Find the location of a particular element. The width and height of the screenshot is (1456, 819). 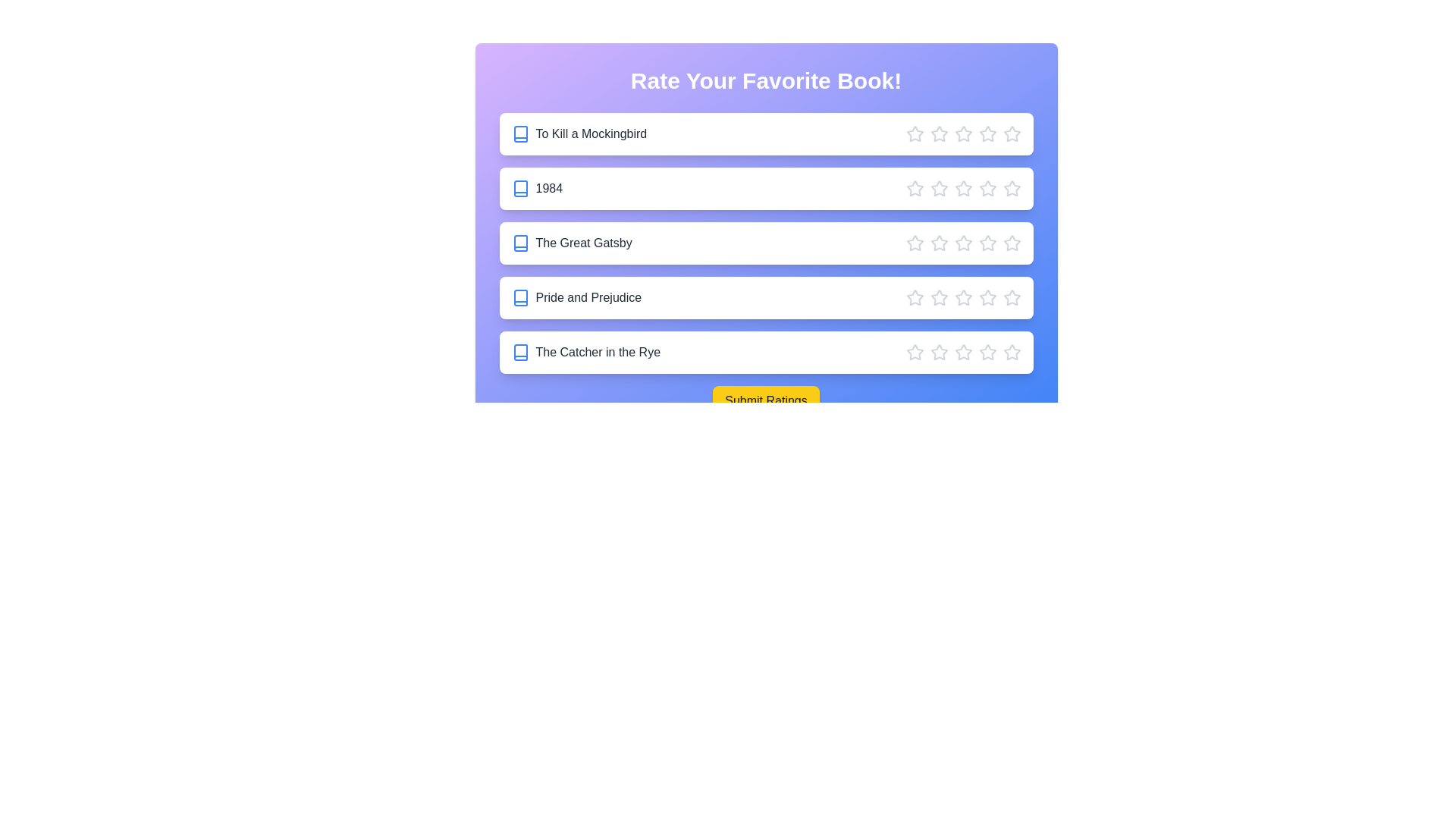

the star corresponding to 1 stars for the book To Kill a Mockingbird is located at coordinates (914, 133).